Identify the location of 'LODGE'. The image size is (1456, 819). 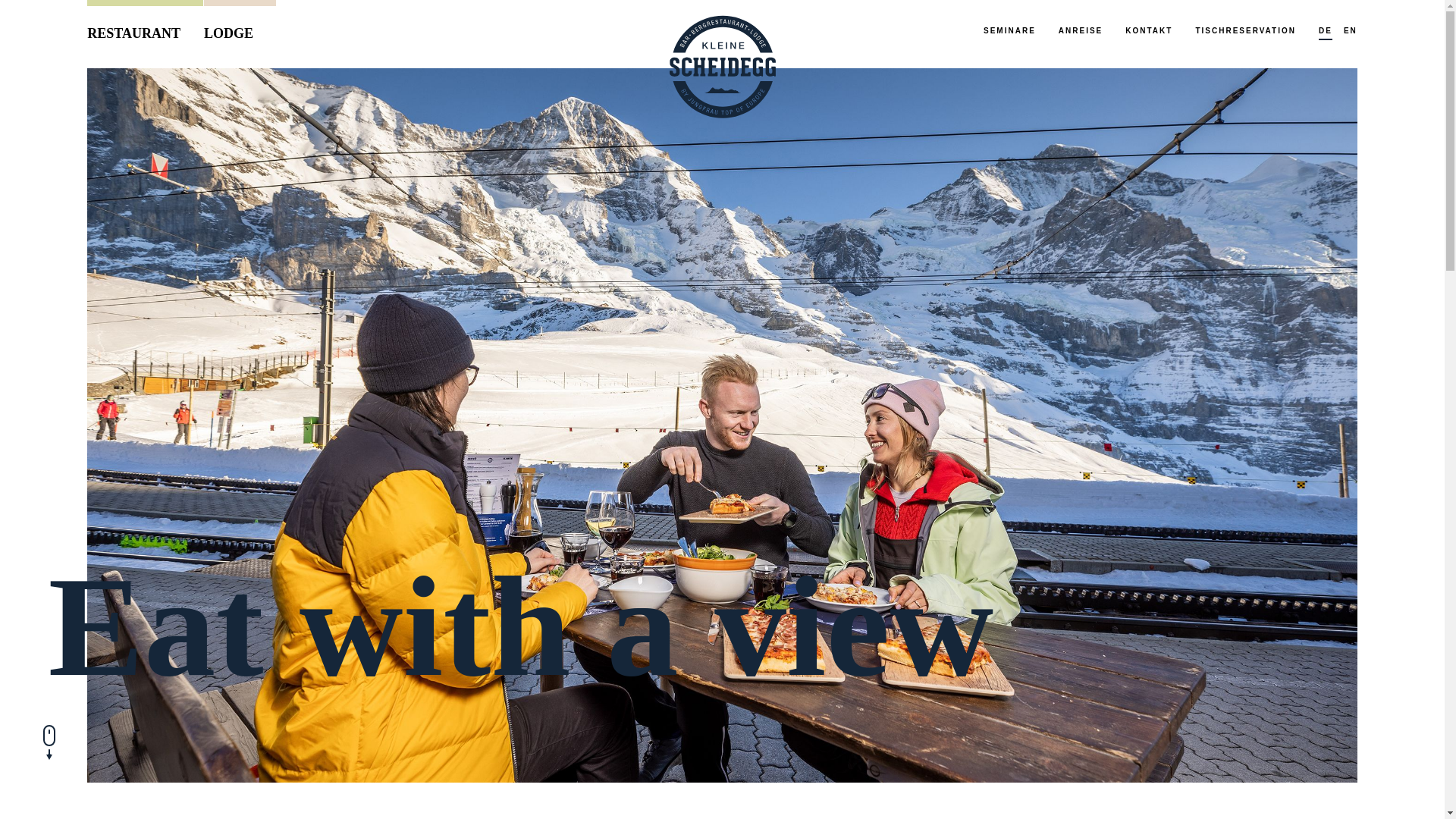
(239, 26).